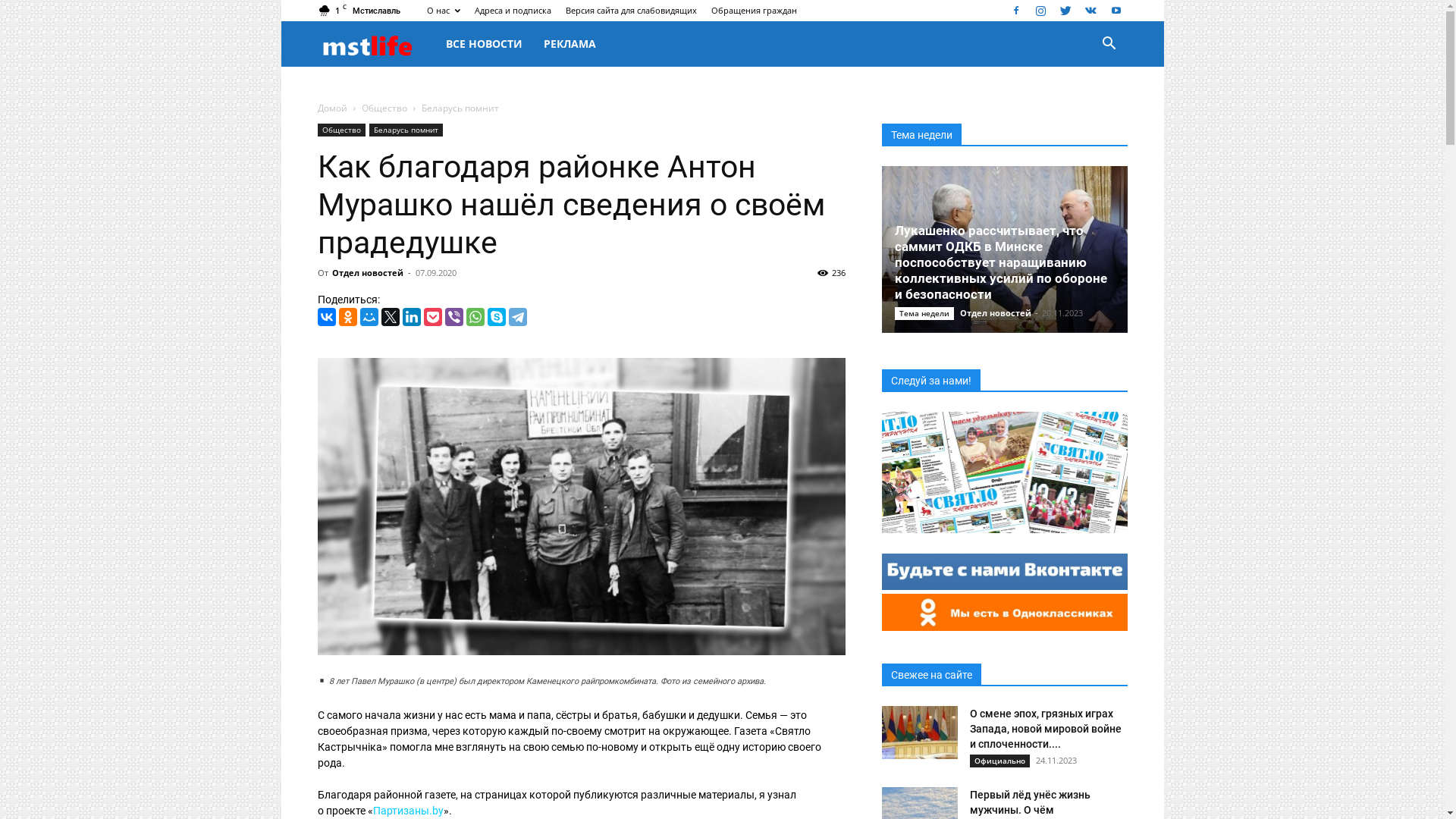 This screenshot has width=1456, height=819. Describe the element at coordinates (1015, 11) in the screenshot. I see `'Facebook'` at that location.